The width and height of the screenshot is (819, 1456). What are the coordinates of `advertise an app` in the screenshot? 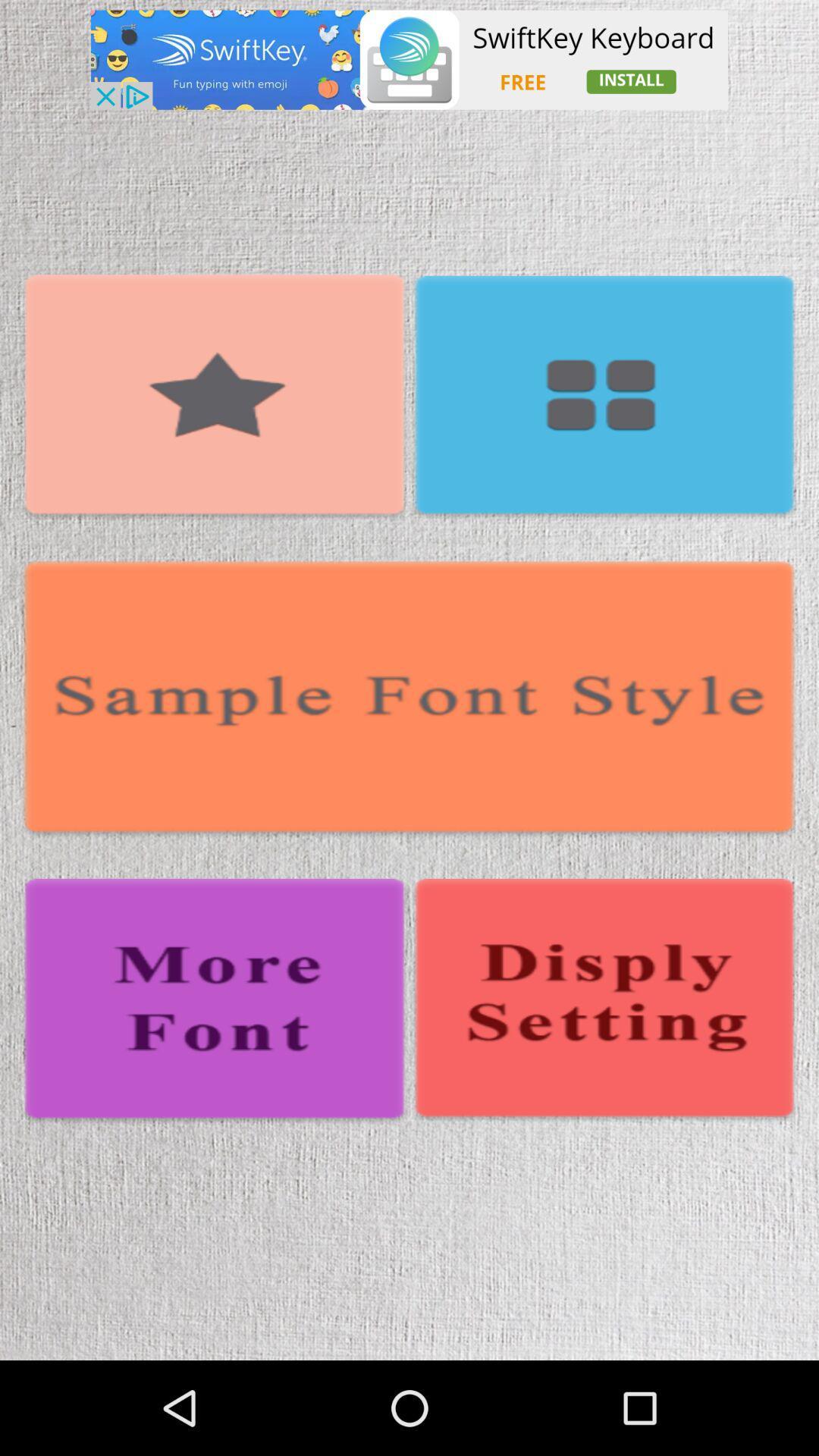 It's located at (409, 60).